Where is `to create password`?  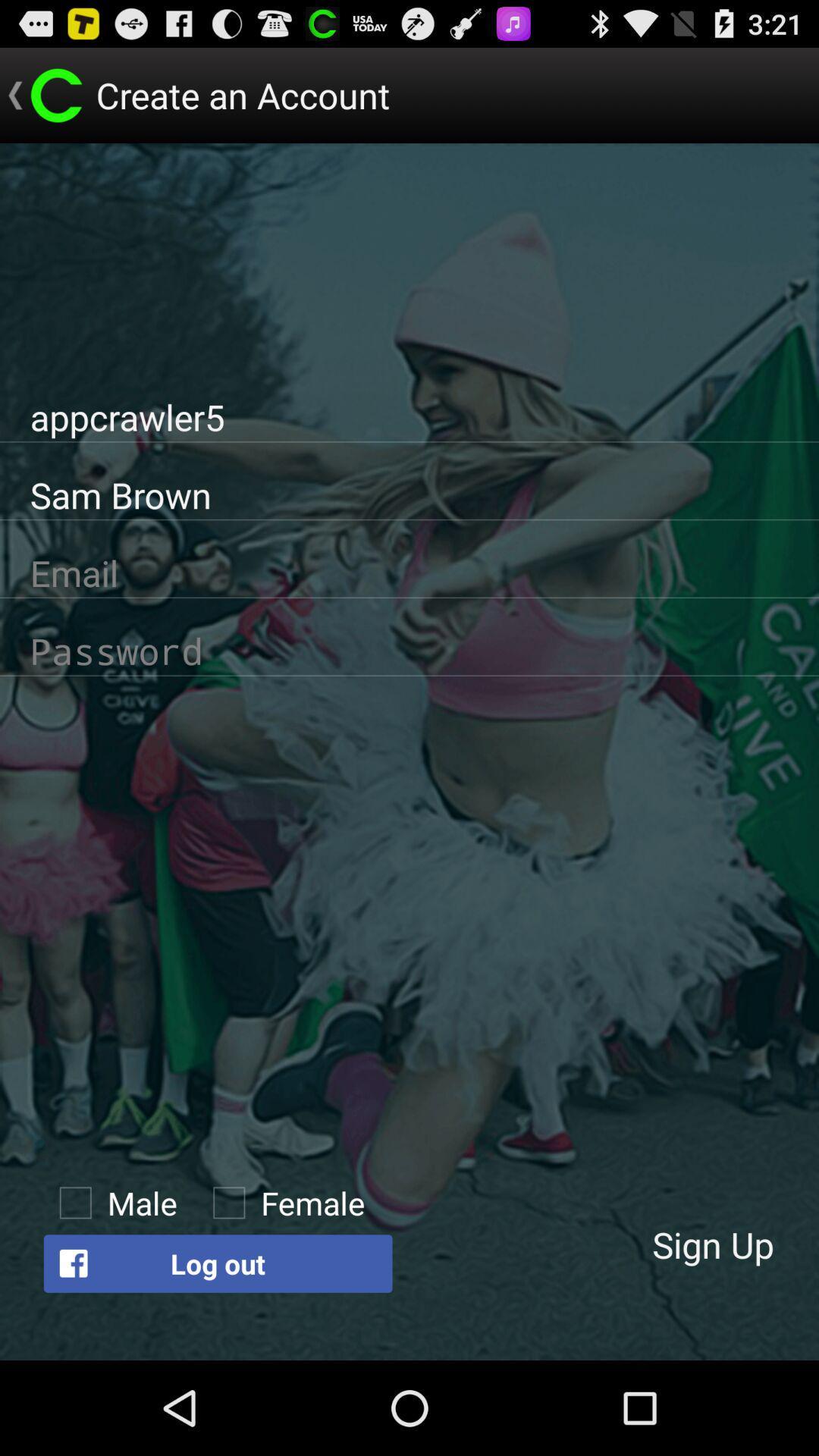 to create password is located at coordinates (409, 651).